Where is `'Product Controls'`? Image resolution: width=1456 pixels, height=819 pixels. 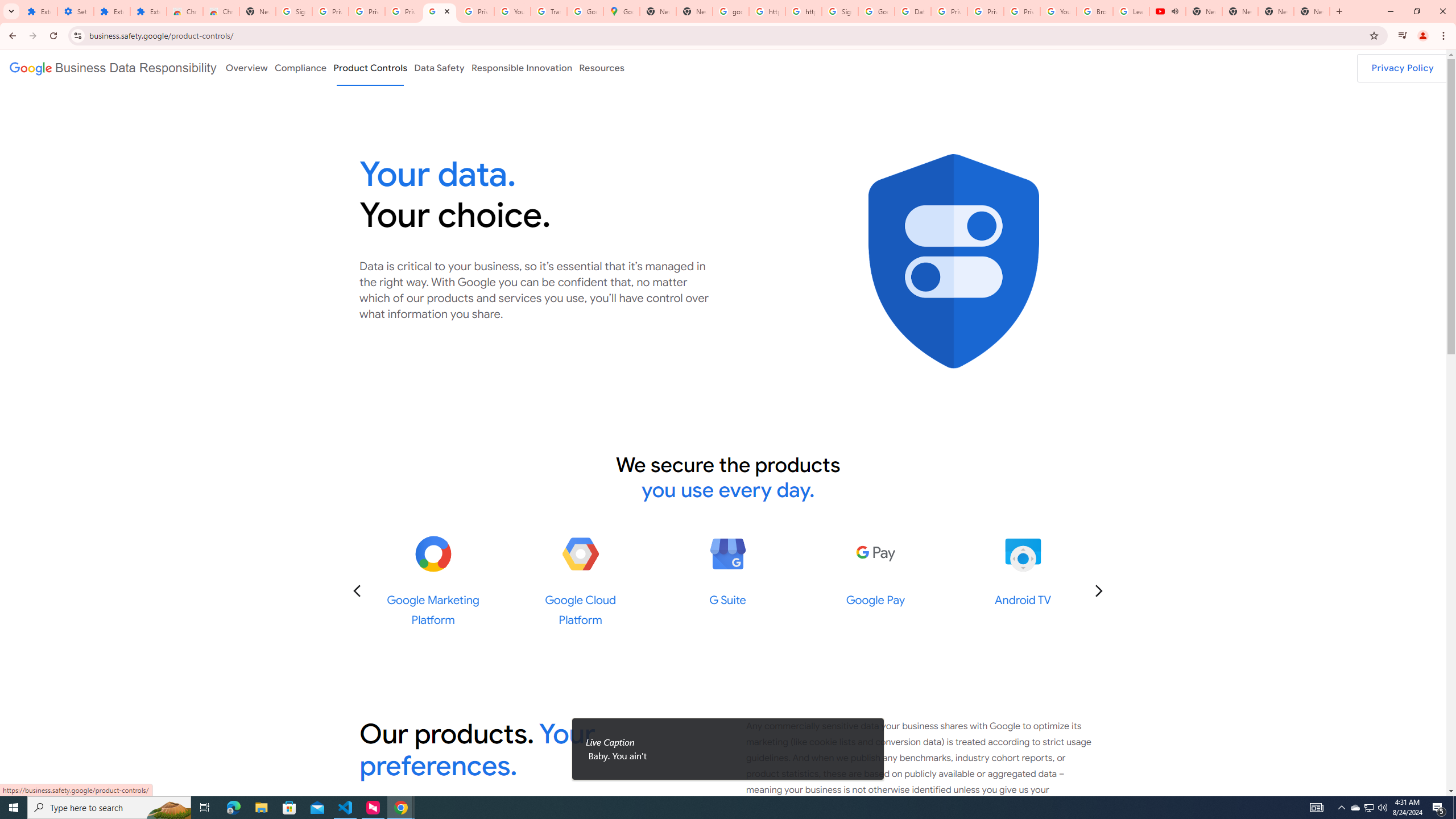
'Product Controls' is located at coordinates (370, 67).